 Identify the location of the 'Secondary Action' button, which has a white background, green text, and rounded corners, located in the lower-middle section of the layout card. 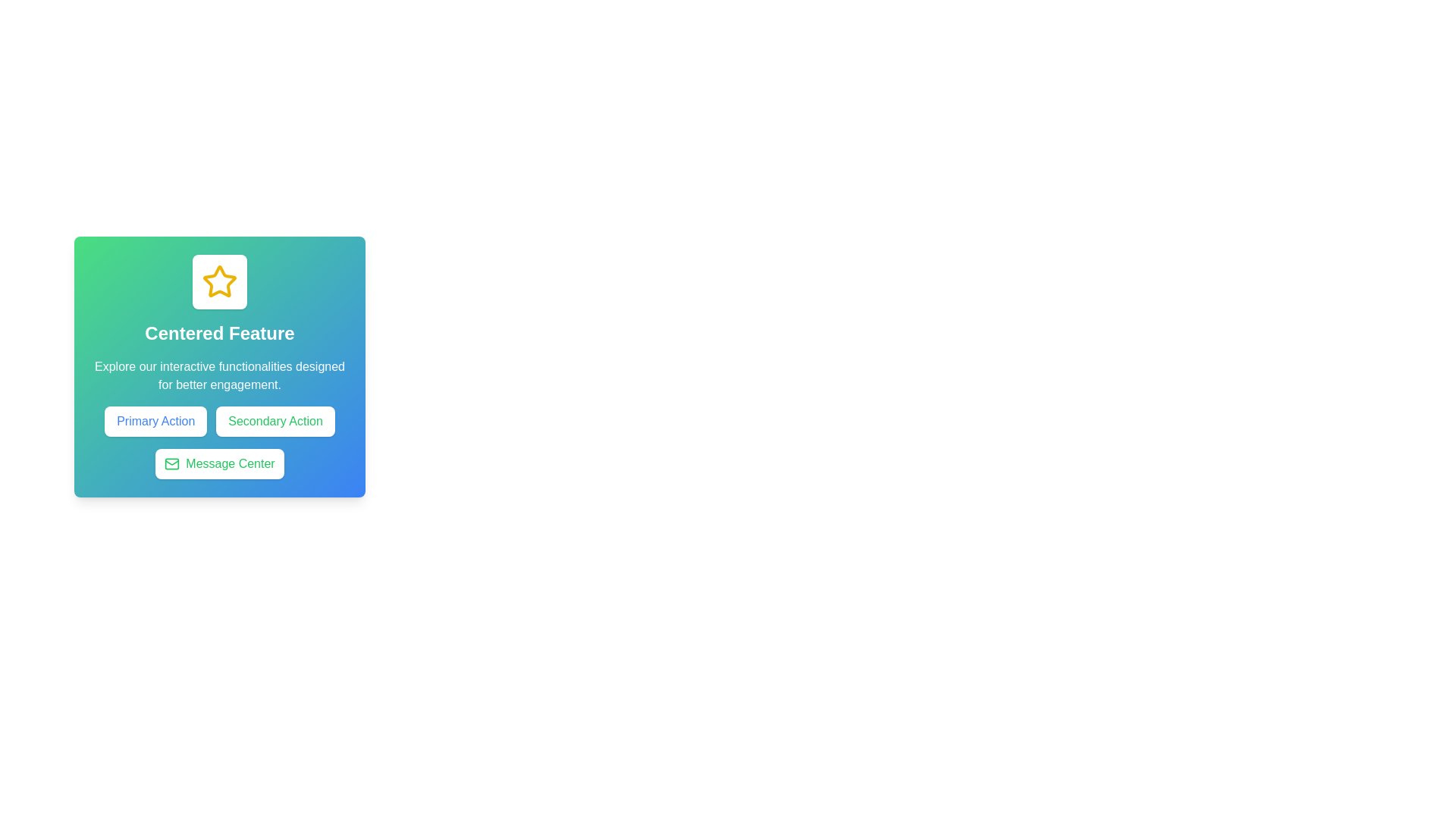
(275, 421).